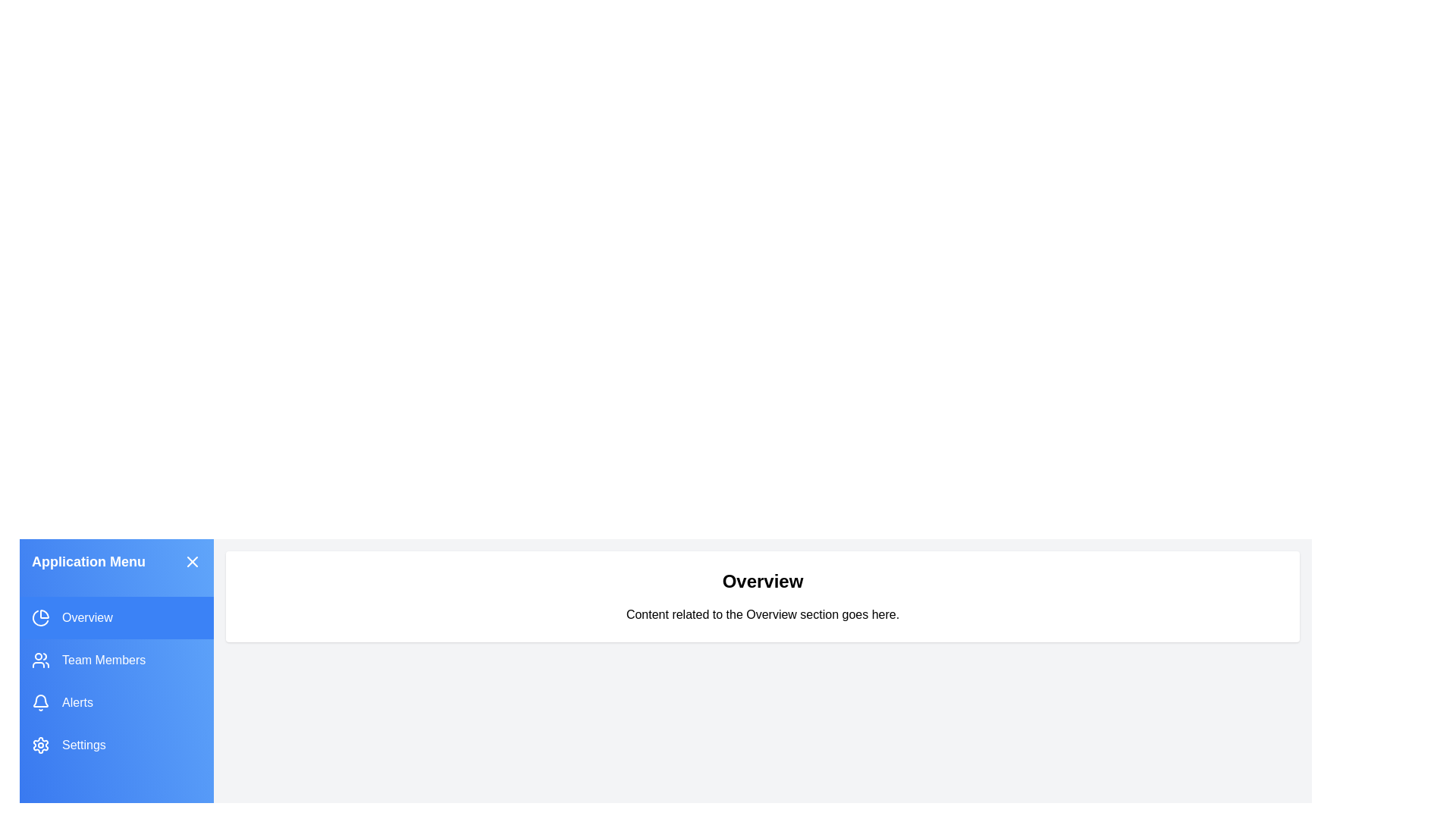  What do you see at coordinates (115, 660) in the screenshot?
I see `the menu section Team Members by clicking on it` at bounding box center [115, 660].